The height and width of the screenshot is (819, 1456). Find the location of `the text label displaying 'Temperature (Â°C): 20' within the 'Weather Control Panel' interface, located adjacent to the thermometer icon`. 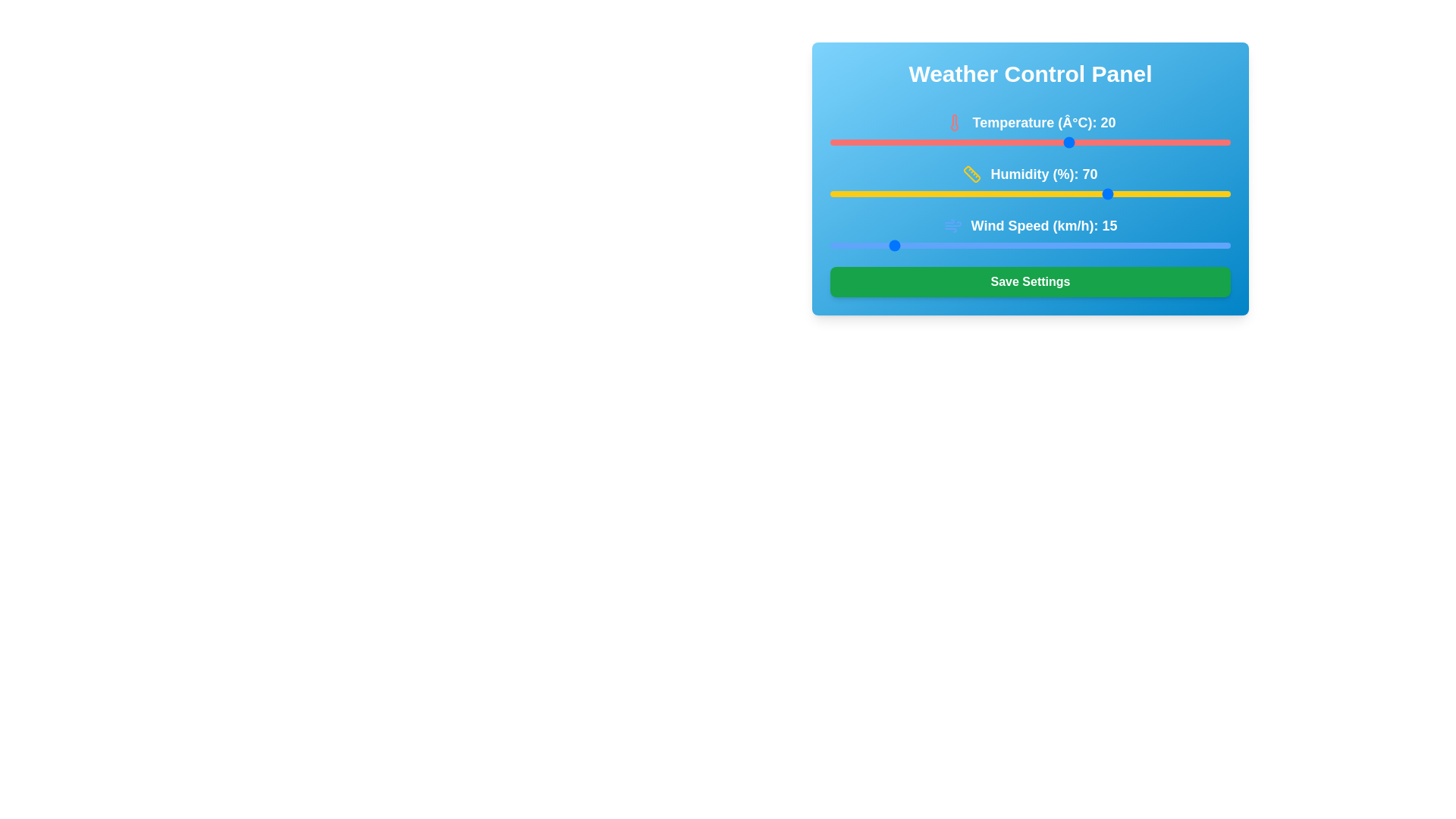

the text label displaying 'Temperature (Â°C): 20' within the 'Weather Control Panel' interface, located adjacent to the thermometer icon is located at coordinates (1043, 122).